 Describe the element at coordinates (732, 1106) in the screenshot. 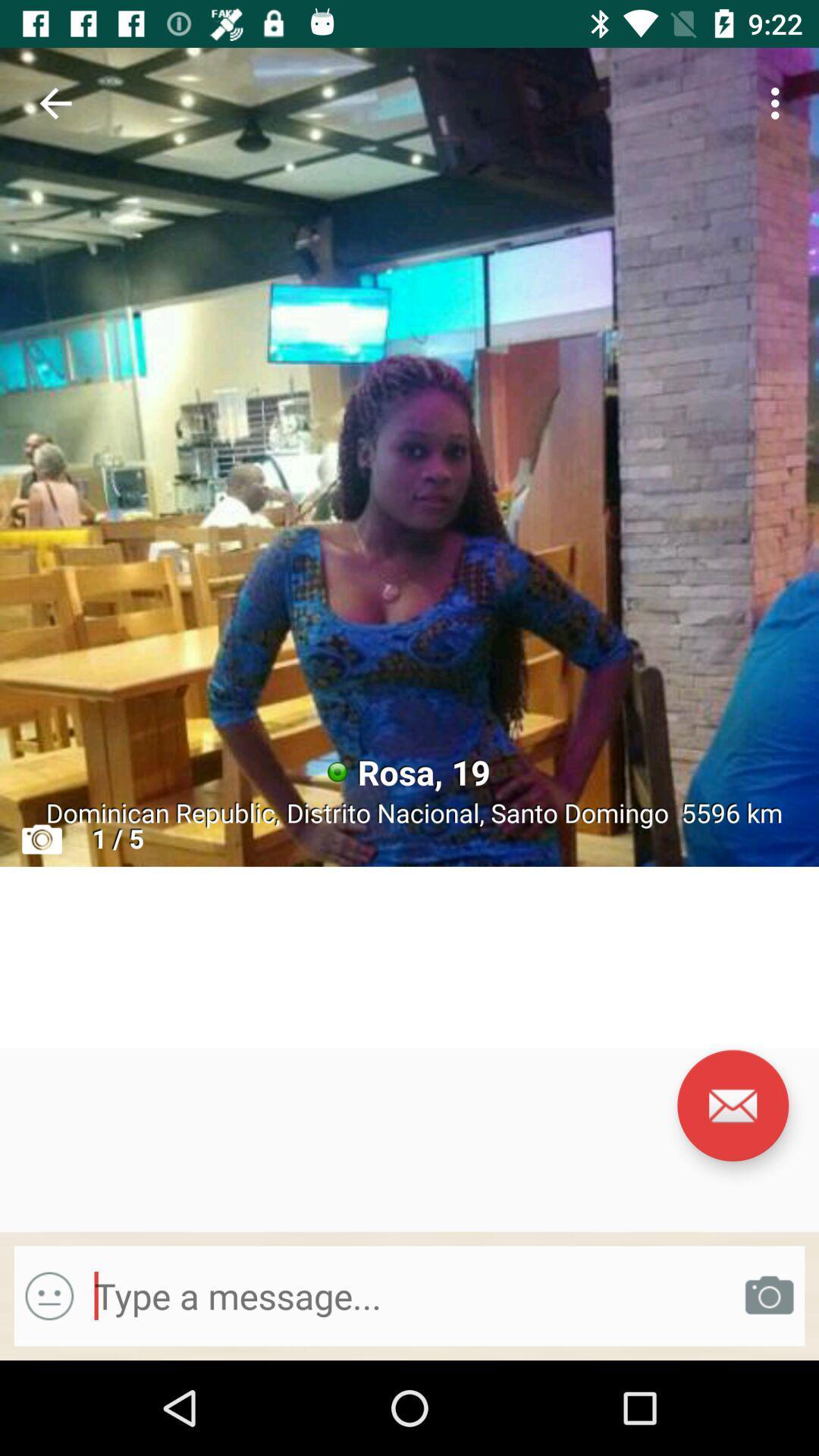

I see `the email icon` at that location.